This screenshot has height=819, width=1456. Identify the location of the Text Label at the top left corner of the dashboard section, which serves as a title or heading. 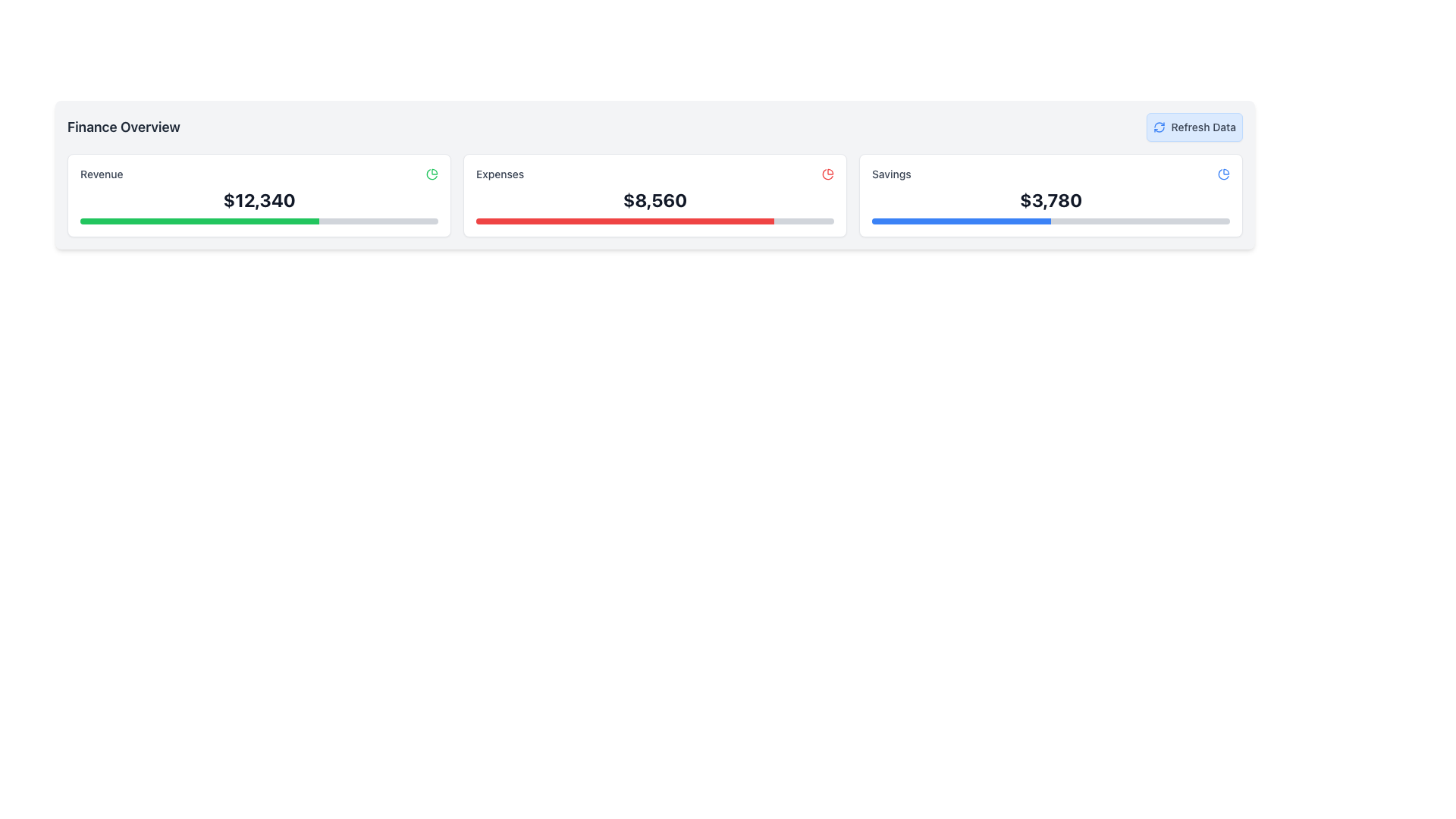
(124, 127).